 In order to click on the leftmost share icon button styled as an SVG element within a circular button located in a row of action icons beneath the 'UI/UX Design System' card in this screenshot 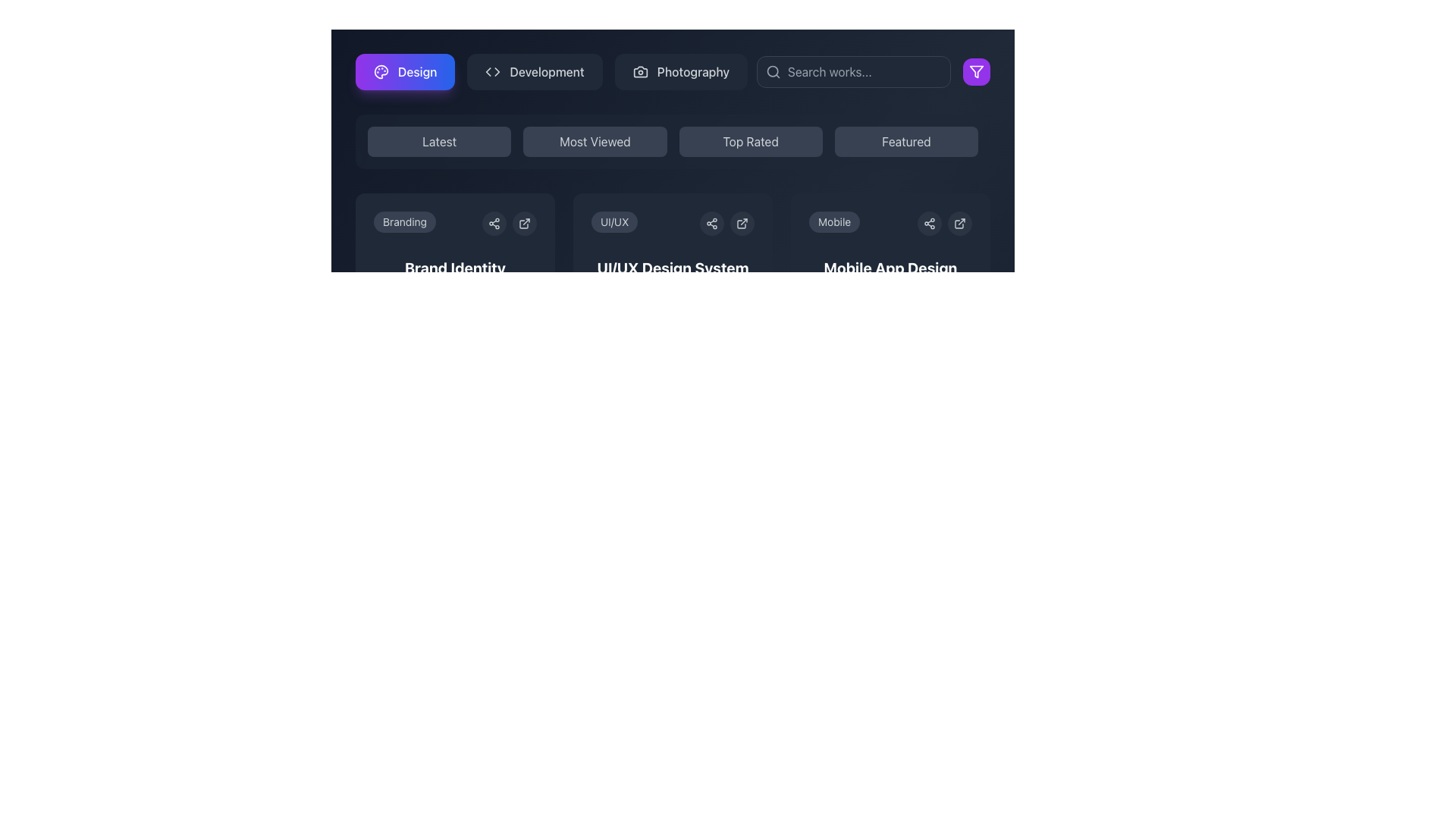, I will do `click(928, 223)`.